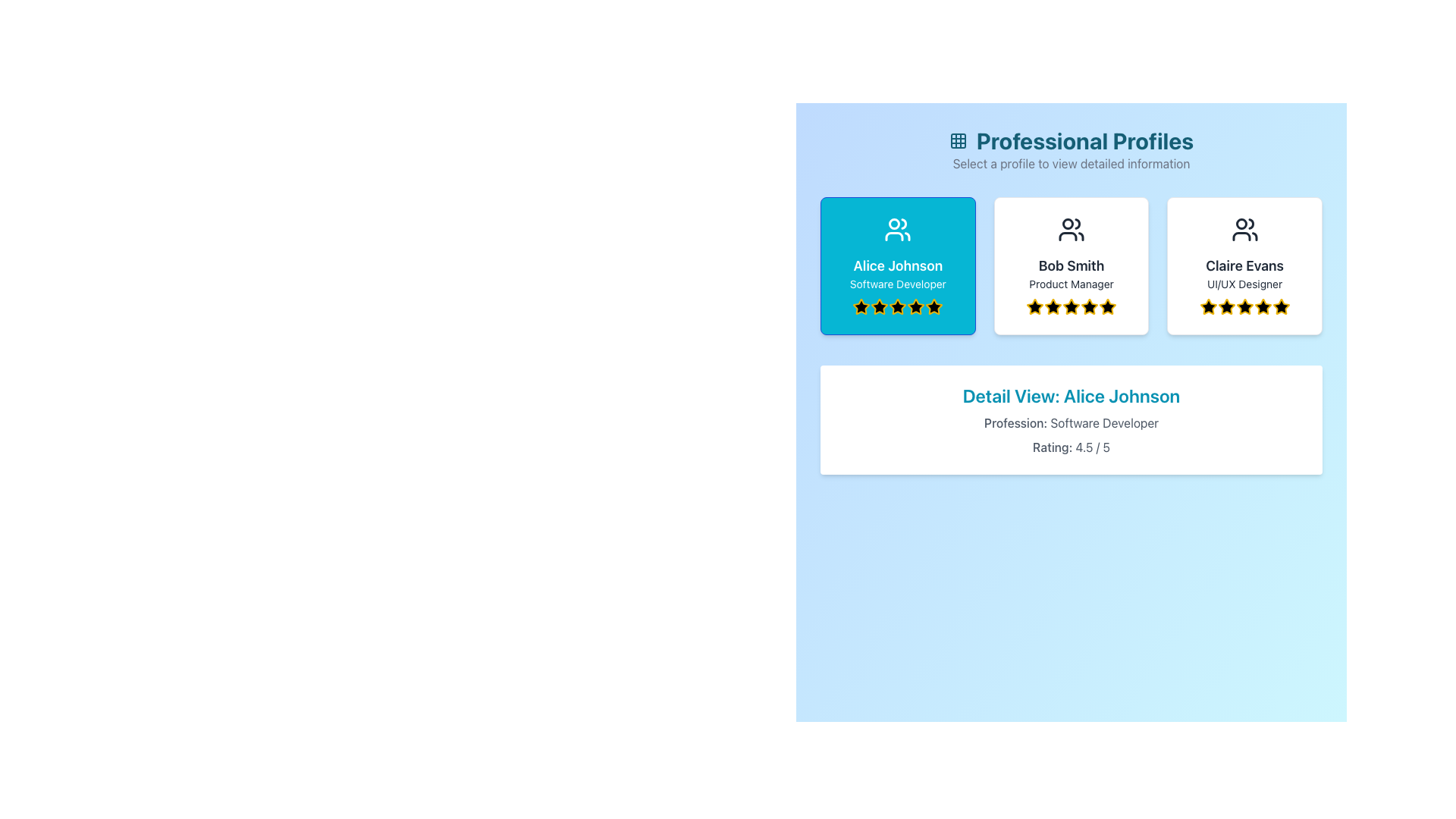  What do you see at coordinates (1070, 230) in the screenshot?
I see `the black icon representing two human silhouettes, which is centered within the white card labeled 'Bob Smith Product Manager'` at bounding box center [1070, 230].